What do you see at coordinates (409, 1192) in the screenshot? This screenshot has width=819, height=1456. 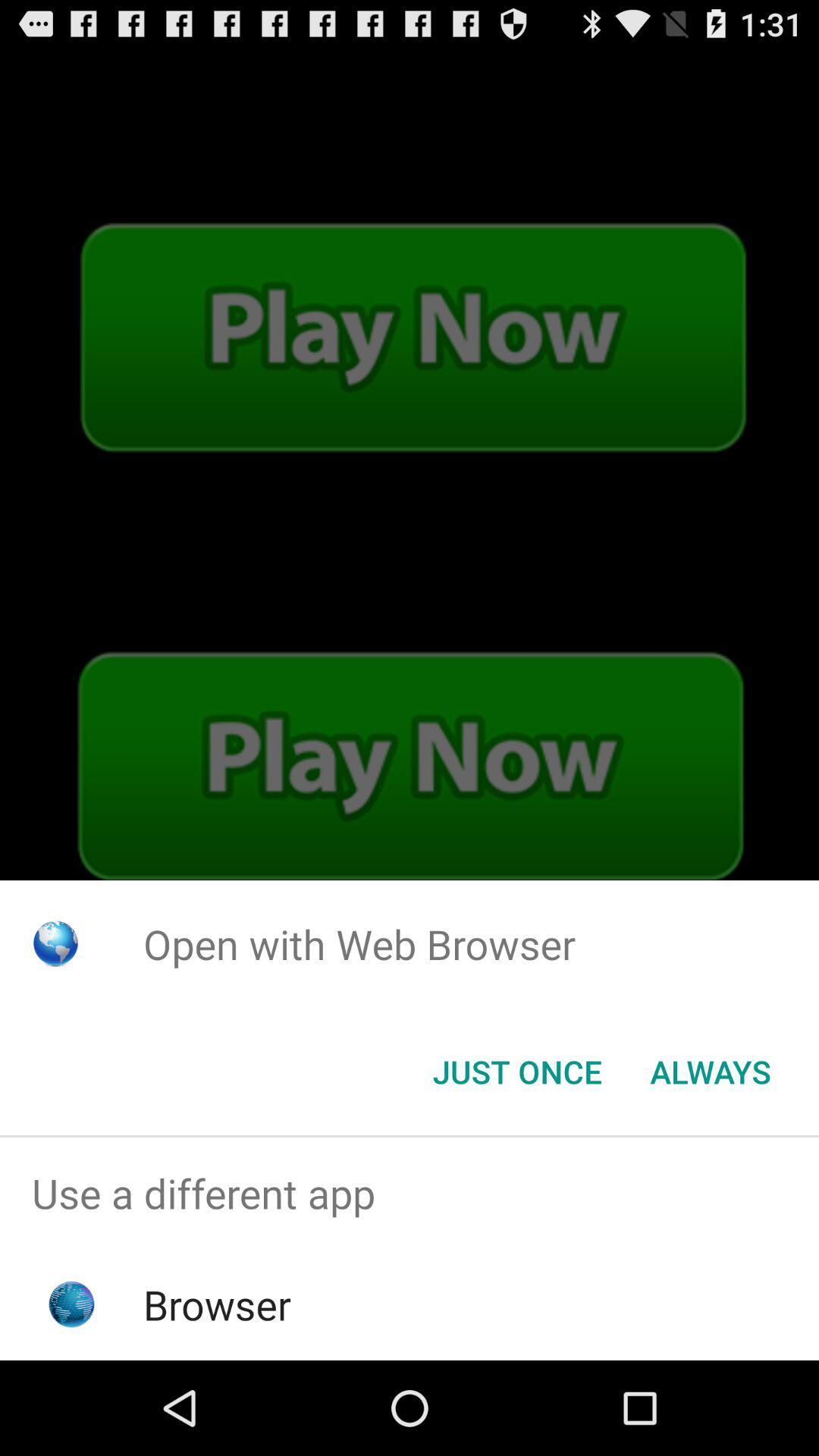 I see `use a different app` at bounding box center [409, 1192].